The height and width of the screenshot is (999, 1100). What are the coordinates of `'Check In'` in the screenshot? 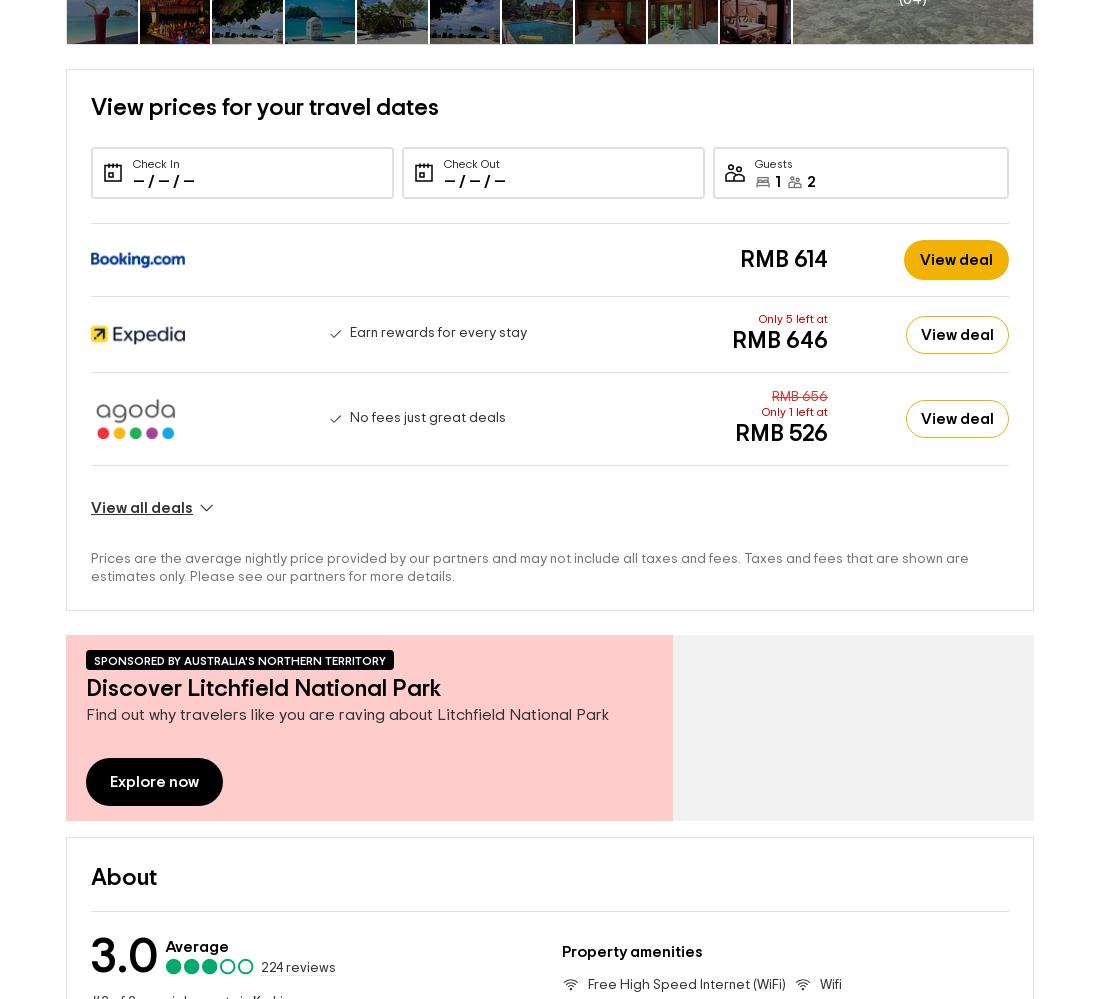 It's located at (155, 131).